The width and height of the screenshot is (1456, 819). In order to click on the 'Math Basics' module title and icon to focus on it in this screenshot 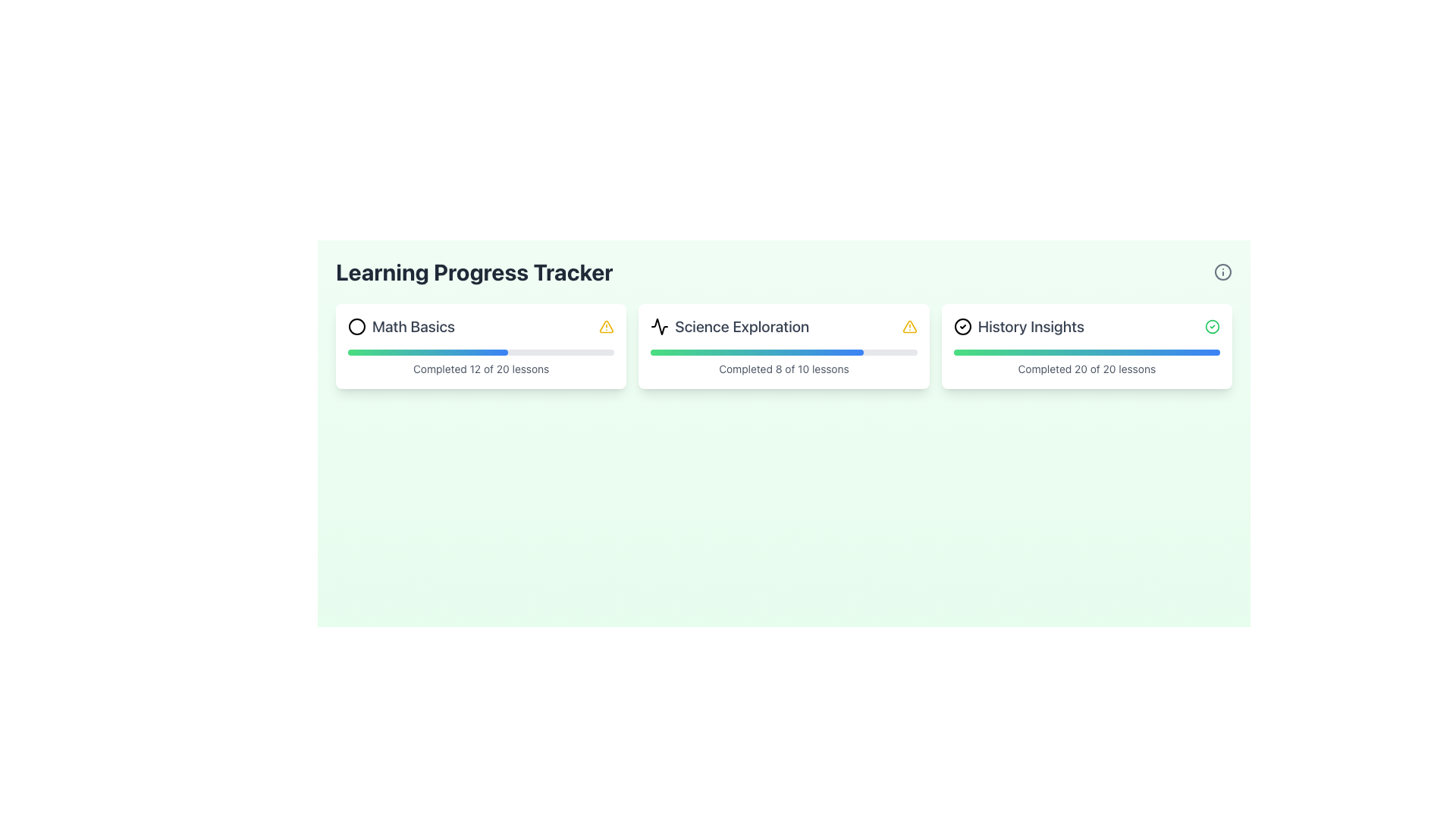, I will do `click(401, 326)`.